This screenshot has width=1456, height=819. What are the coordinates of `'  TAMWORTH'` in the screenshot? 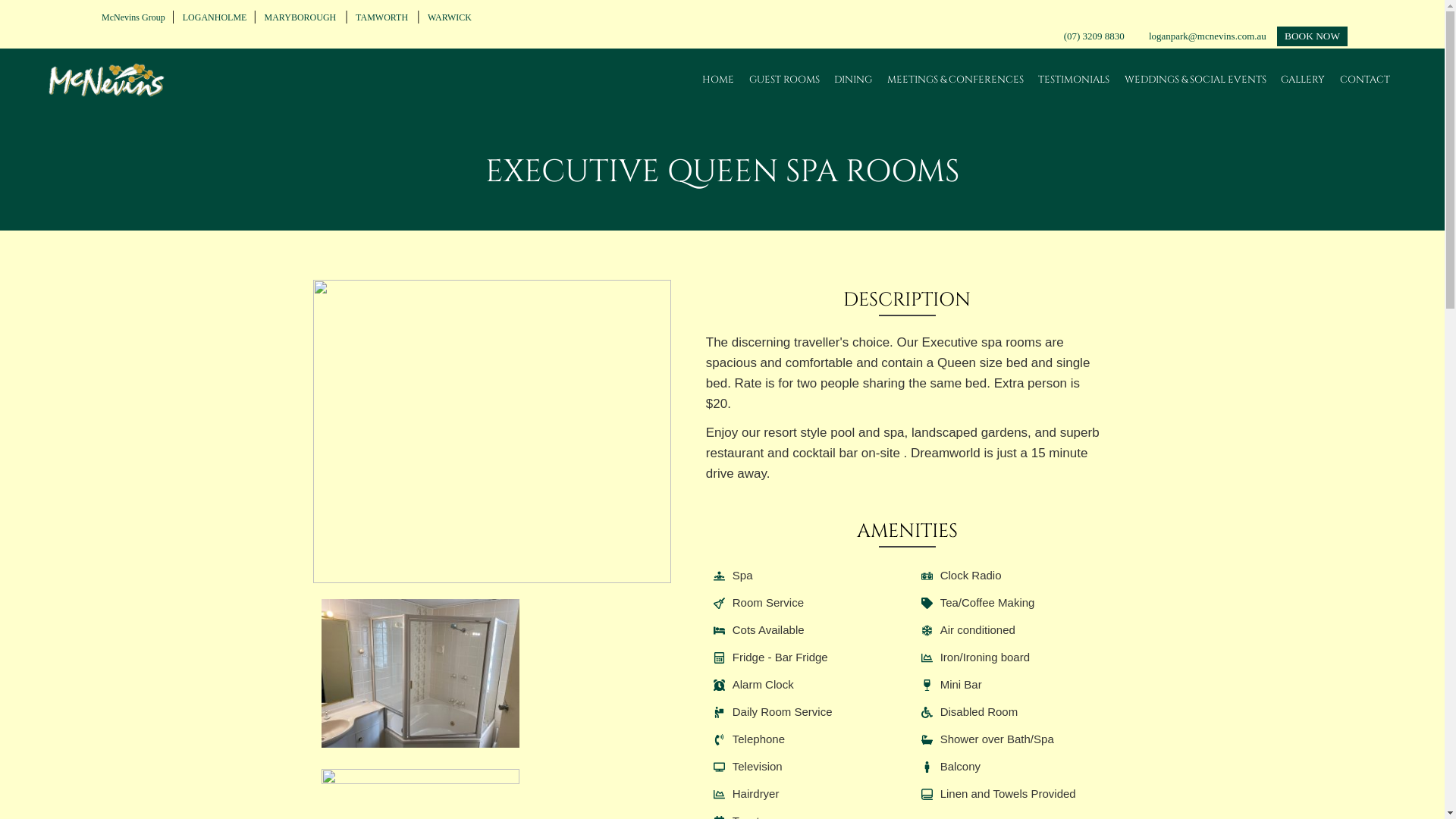 It's located at (381, 17).